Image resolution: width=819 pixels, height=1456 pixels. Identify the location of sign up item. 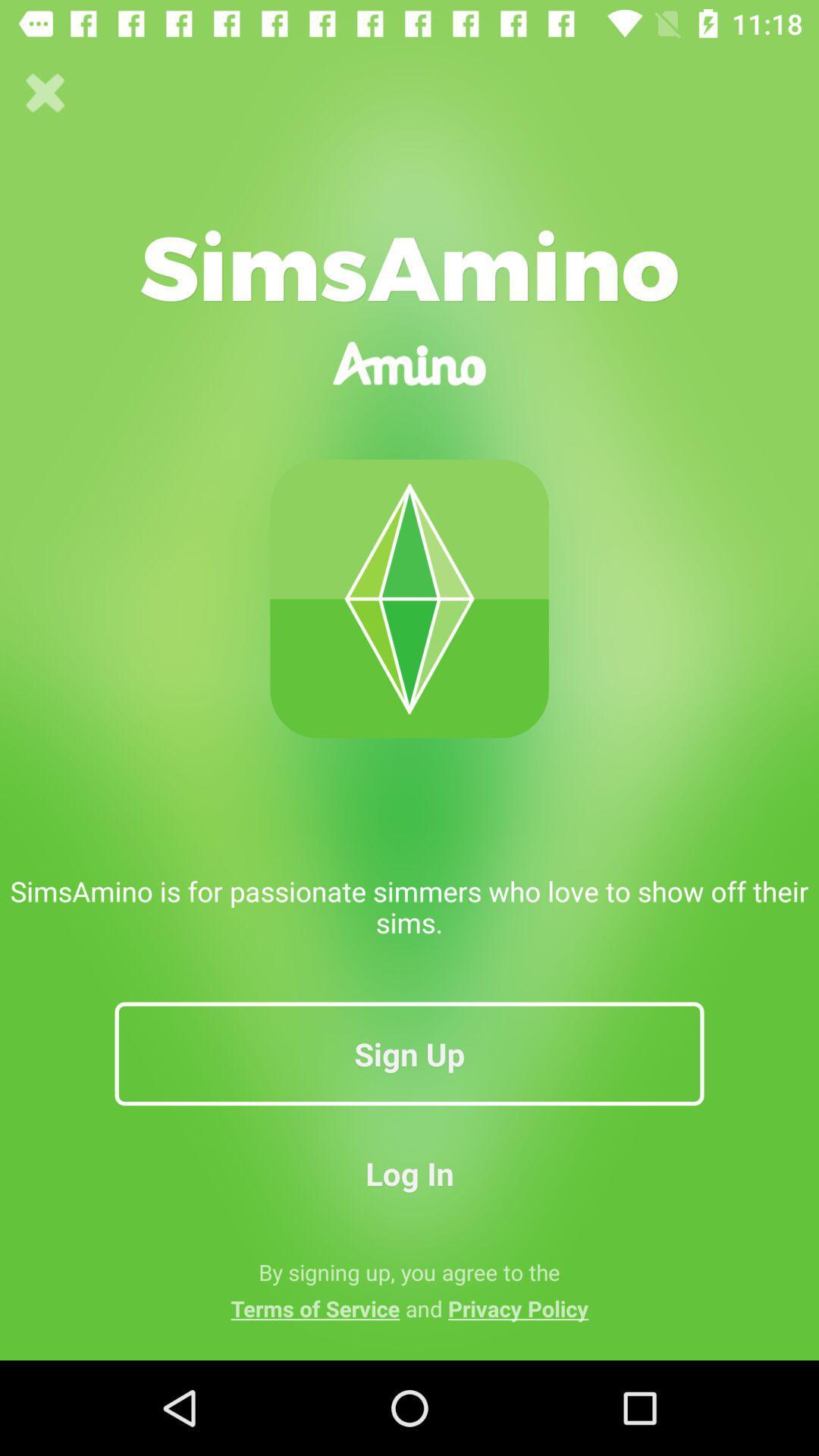
(409, 1053).